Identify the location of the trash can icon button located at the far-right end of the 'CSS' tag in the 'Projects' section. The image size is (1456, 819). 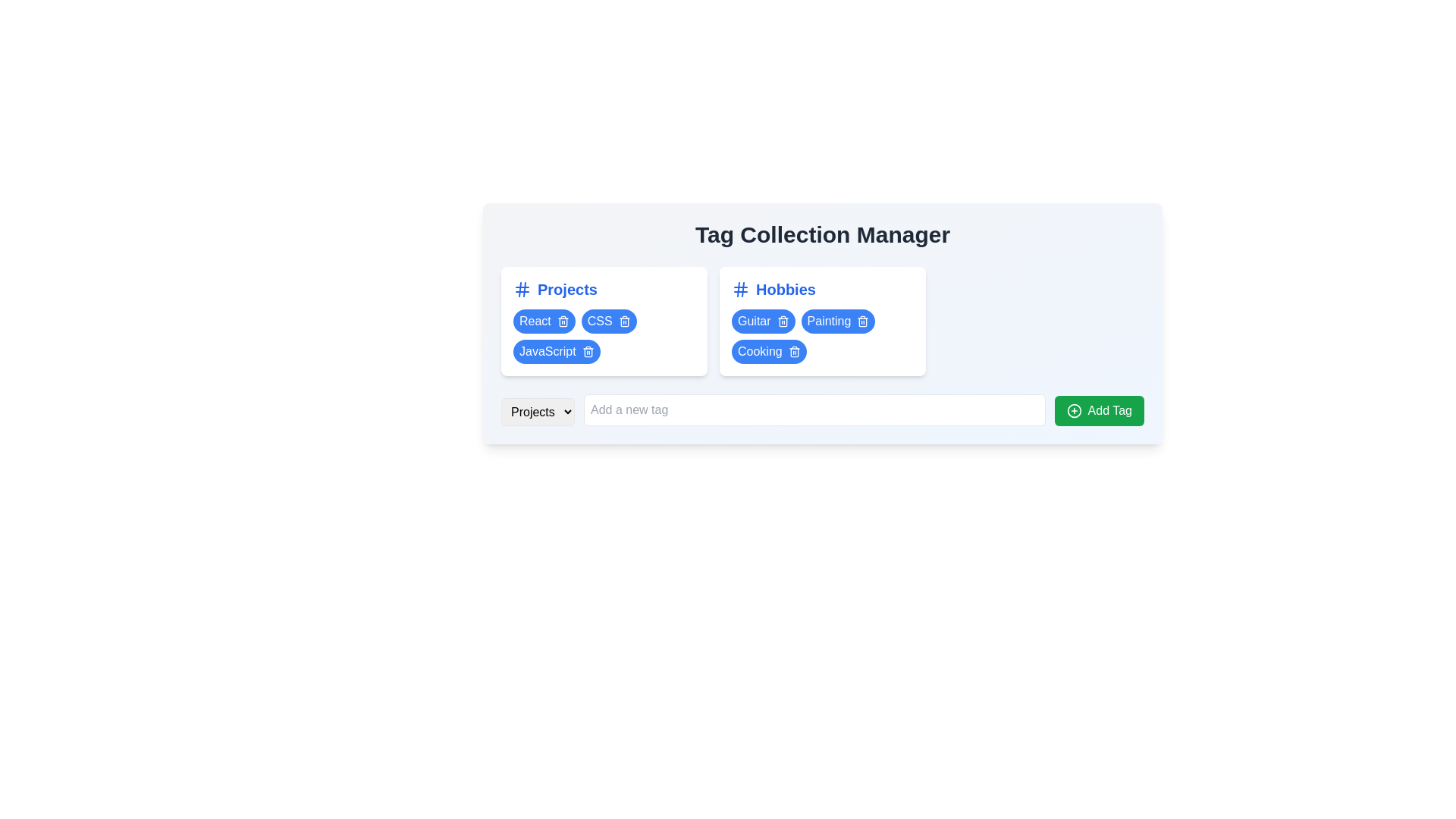
(624, 321).